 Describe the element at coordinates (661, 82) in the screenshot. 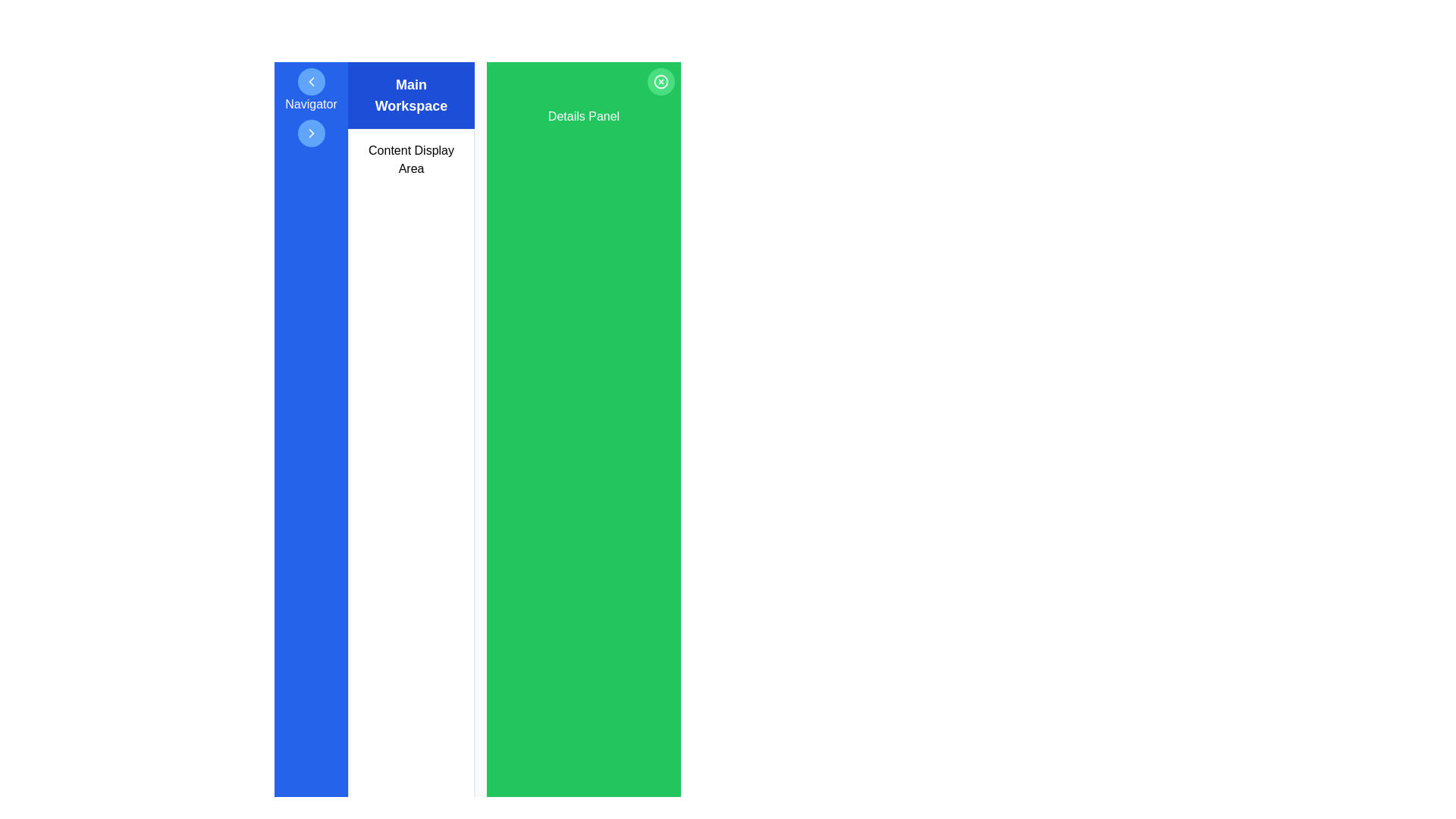

I see `the close button represented by the circular outline within the green-colored details panel, located at the top-right corner of the panel` at that location.